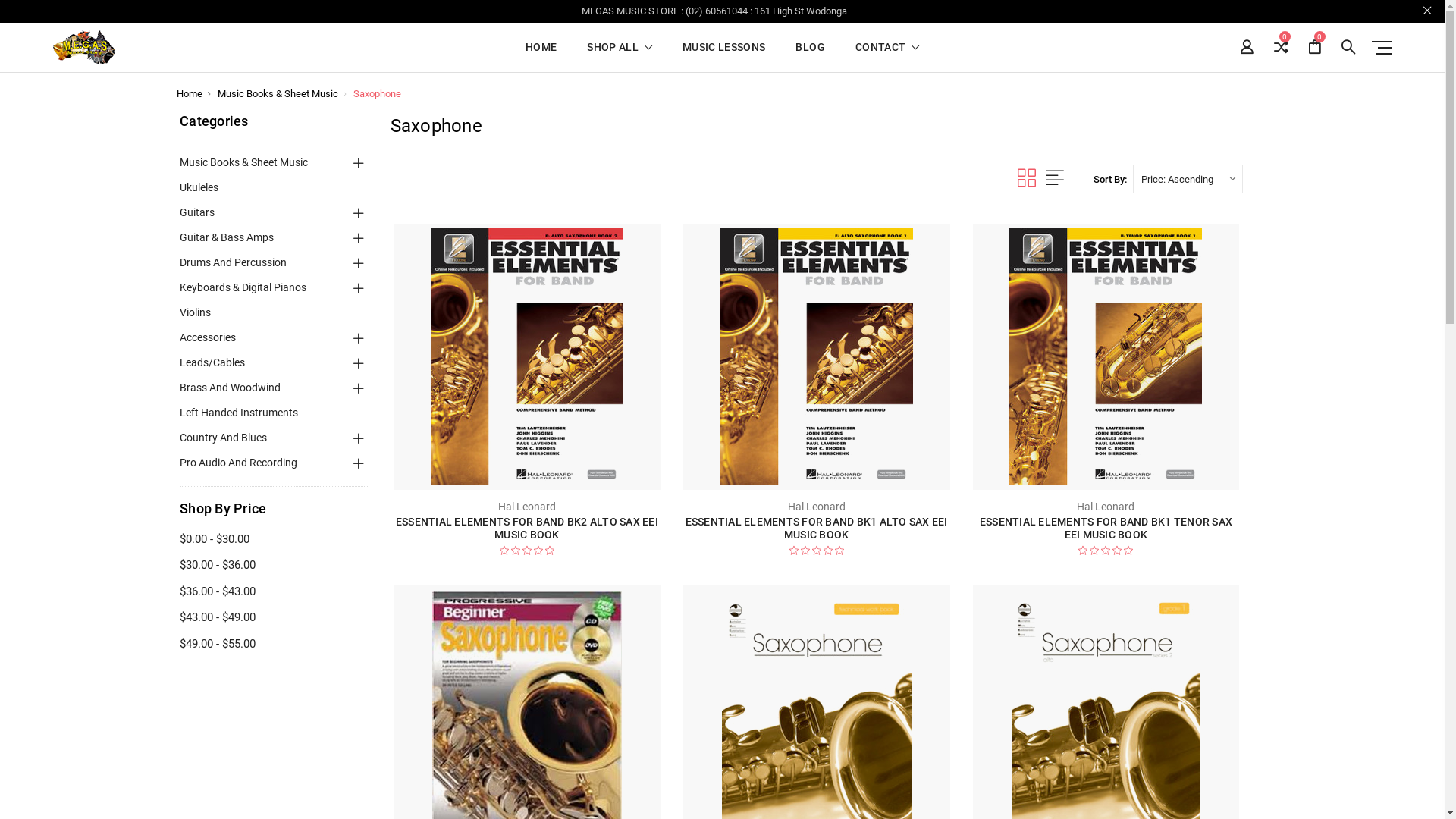 The height and width of the screenshot is (819, 1456). Describe the element at coordinates (194, 312) in the screenshot. I see `'Violins'` at that location.